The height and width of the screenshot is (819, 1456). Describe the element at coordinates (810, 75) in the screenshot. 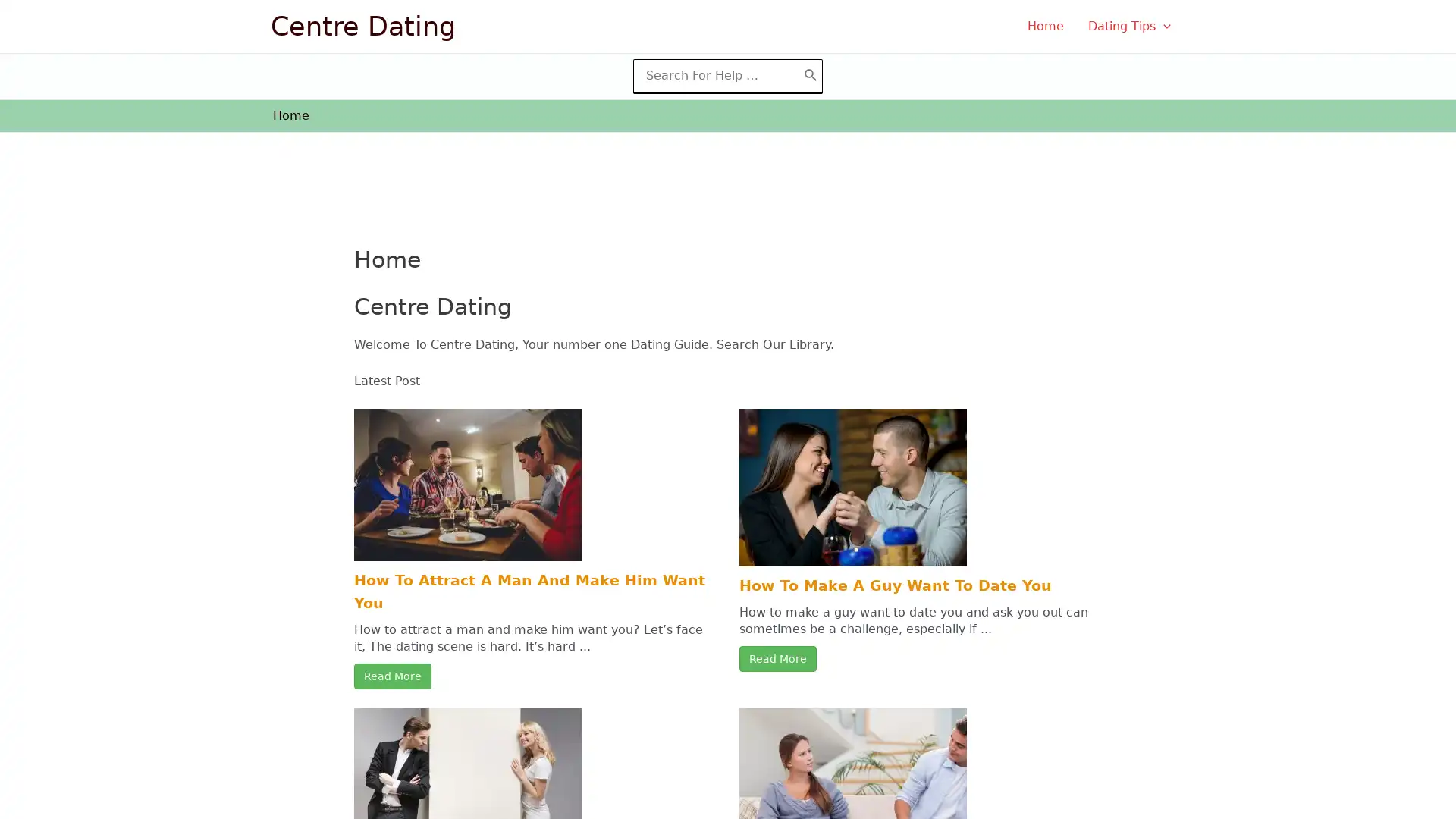

I see `Search` at that location.